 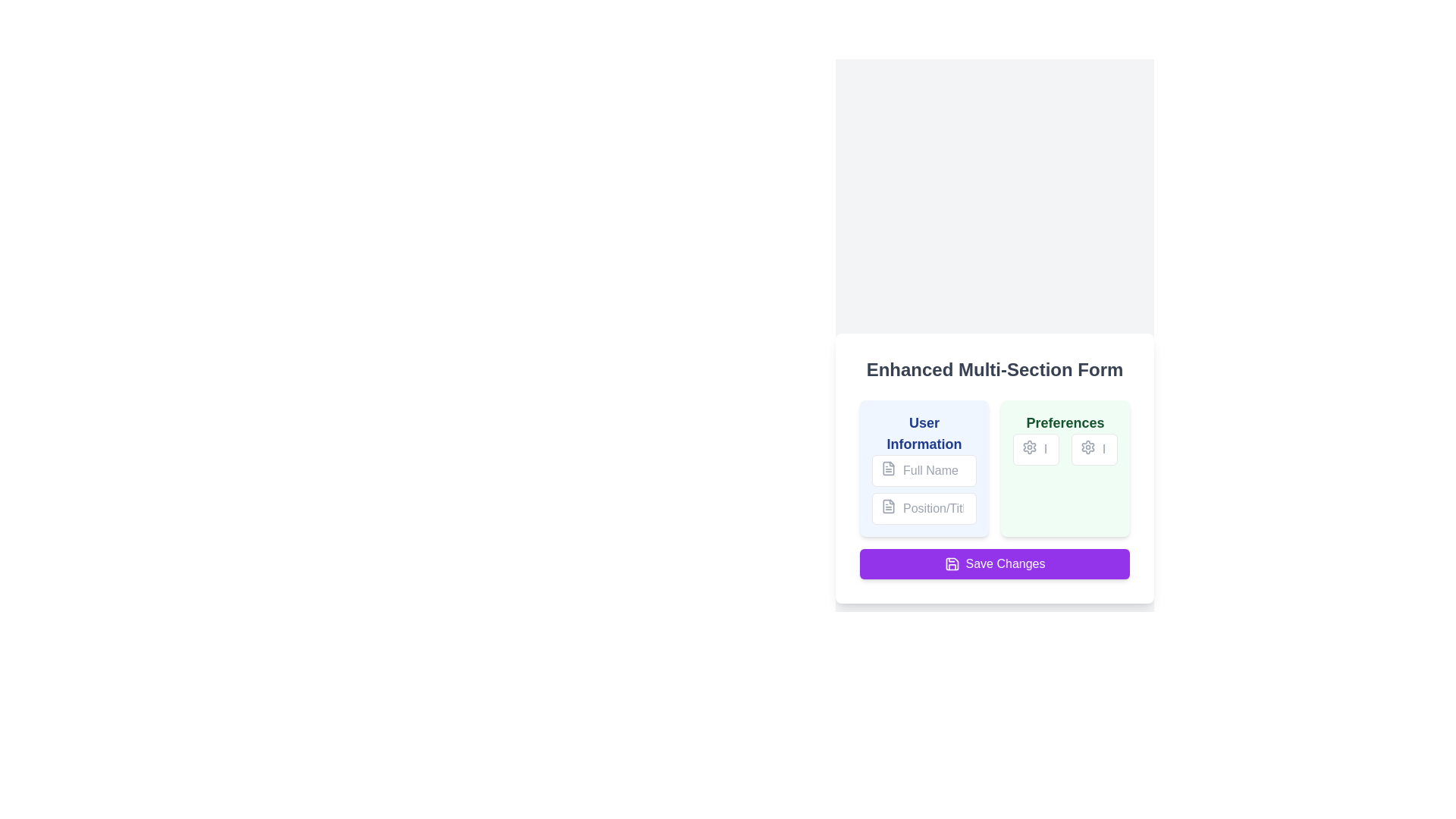 What do you see at coordinates (888, 467) in the screenshot?
I see `the document icon located in the 'User Information' section, to the left of the 'Full Name' text field, which has a gray minimalist design with a folded corner and text lines` at bounding box center [888, 467].